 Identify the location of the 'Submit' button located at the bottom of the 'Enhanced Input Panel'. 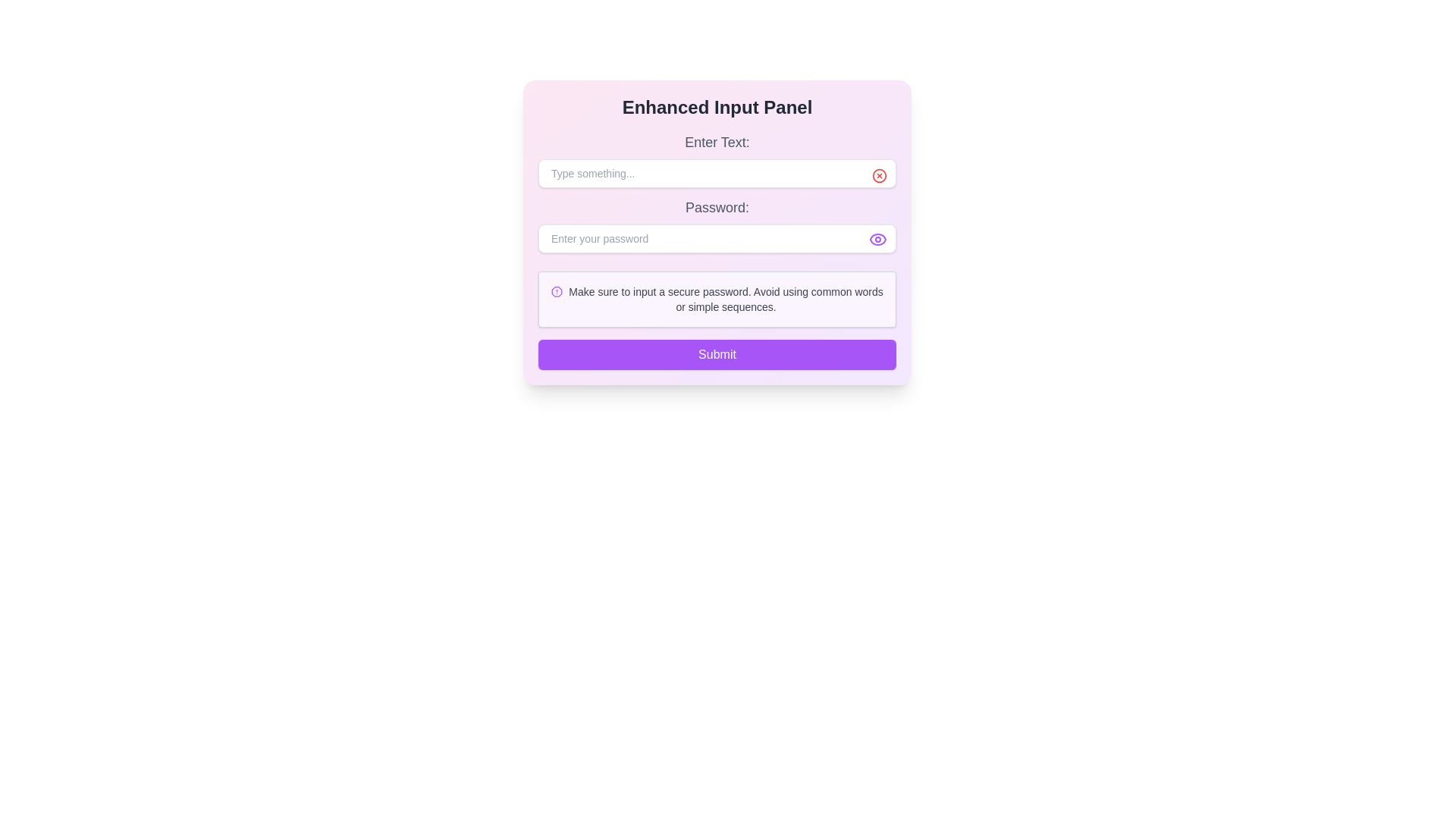
(716, 354).